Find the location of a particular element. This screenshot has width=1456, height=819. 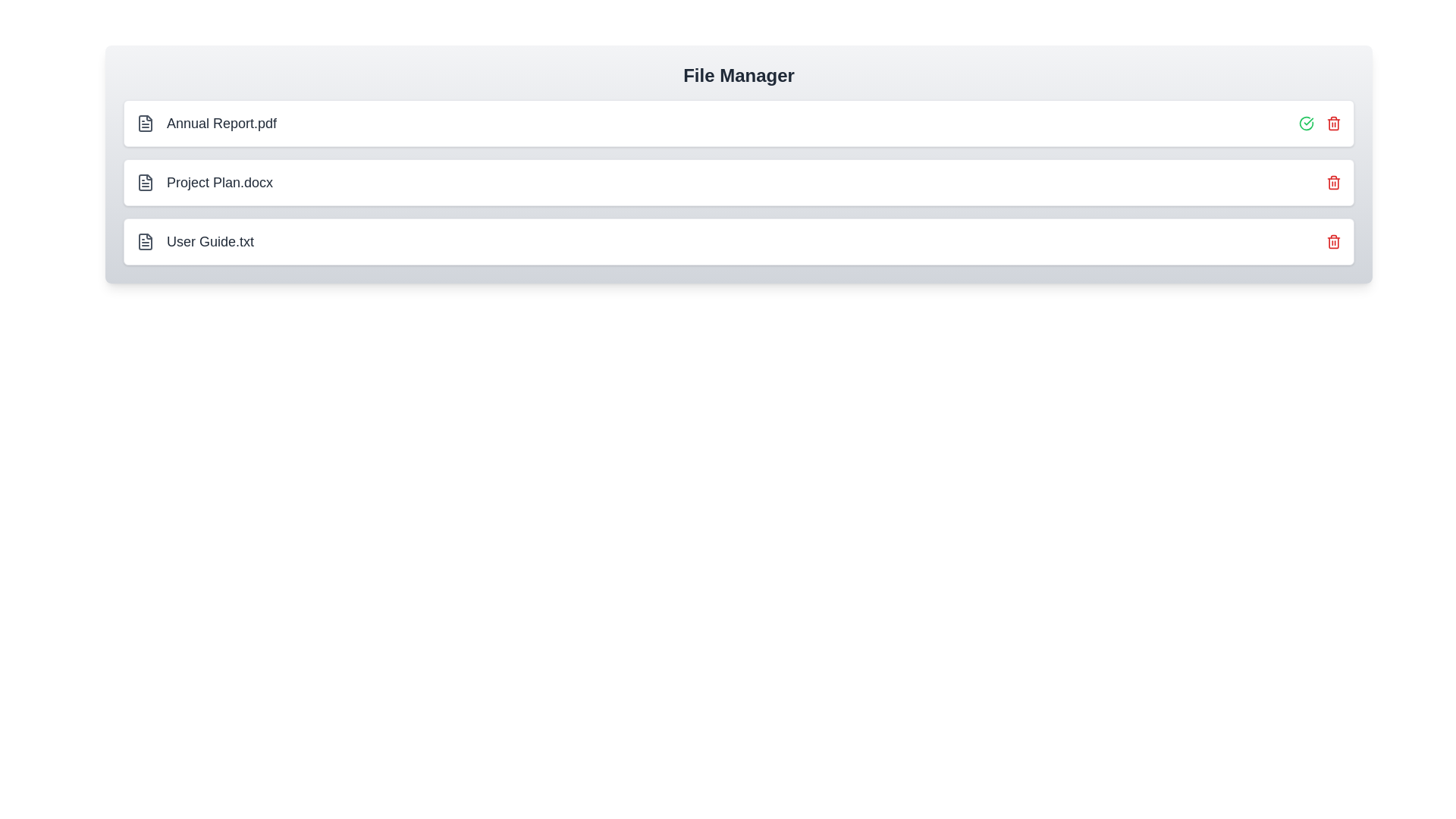

the static text label displaying the file name 'Project Plan.docx', which is the second item in a list of three file entries in the file management interface is located at coordinates (219, 181).